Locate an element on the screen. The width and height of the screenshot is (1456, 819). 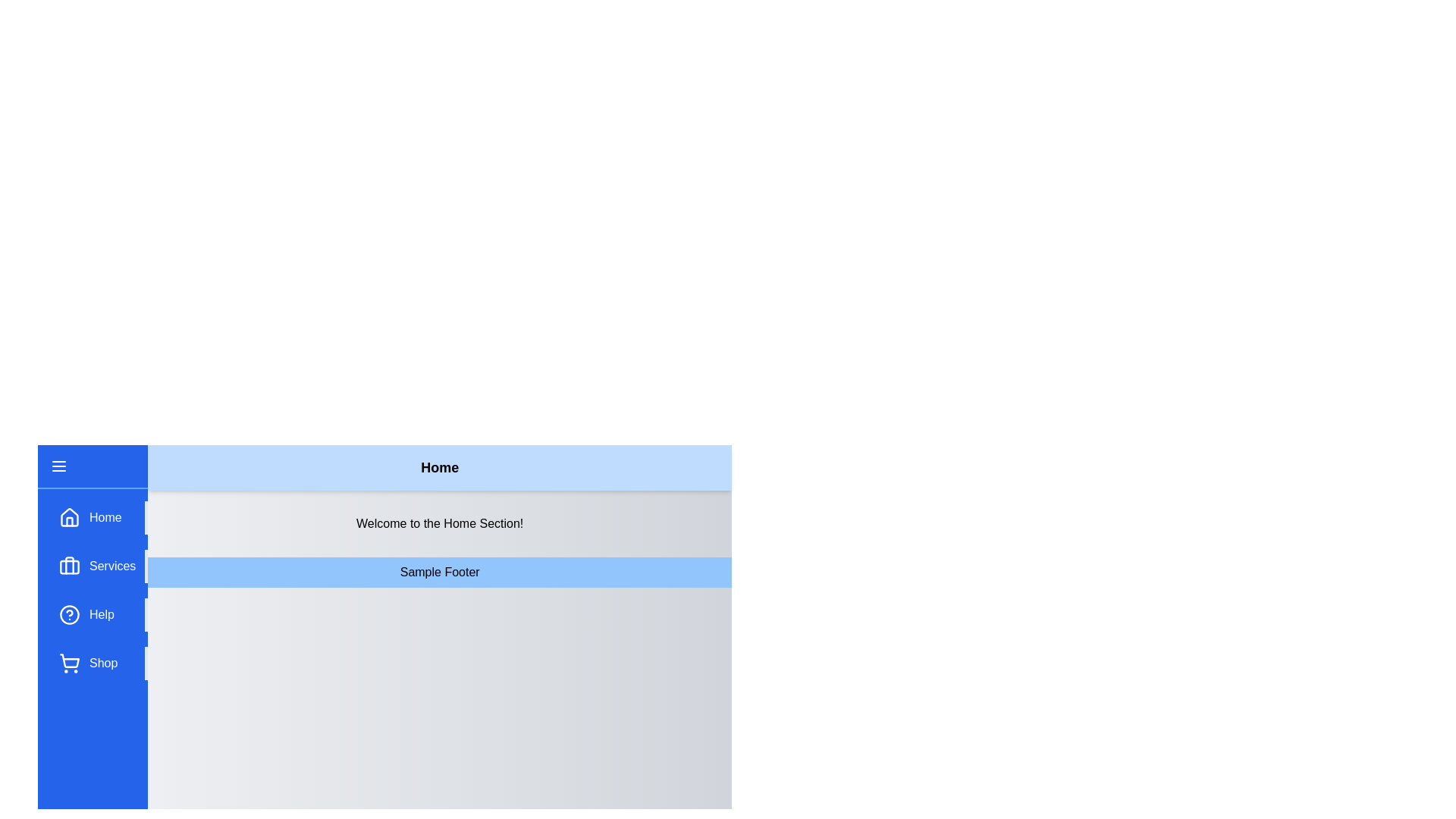
the 'Help' section of the navigation menu located on the left sidebar is located at coordinates (98, 590).